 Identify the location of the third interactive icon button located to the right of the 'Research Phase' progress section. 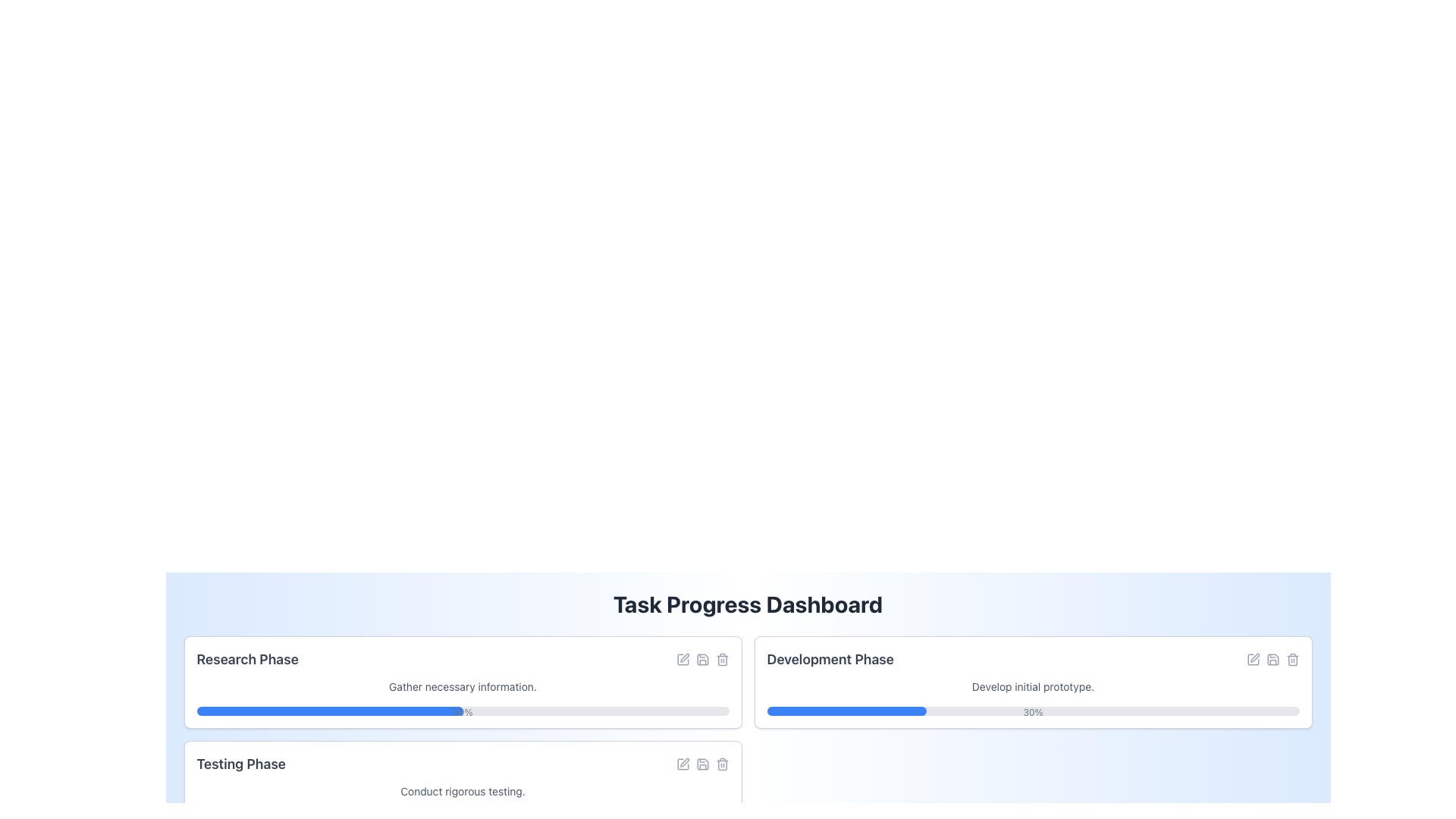
(721, 659).